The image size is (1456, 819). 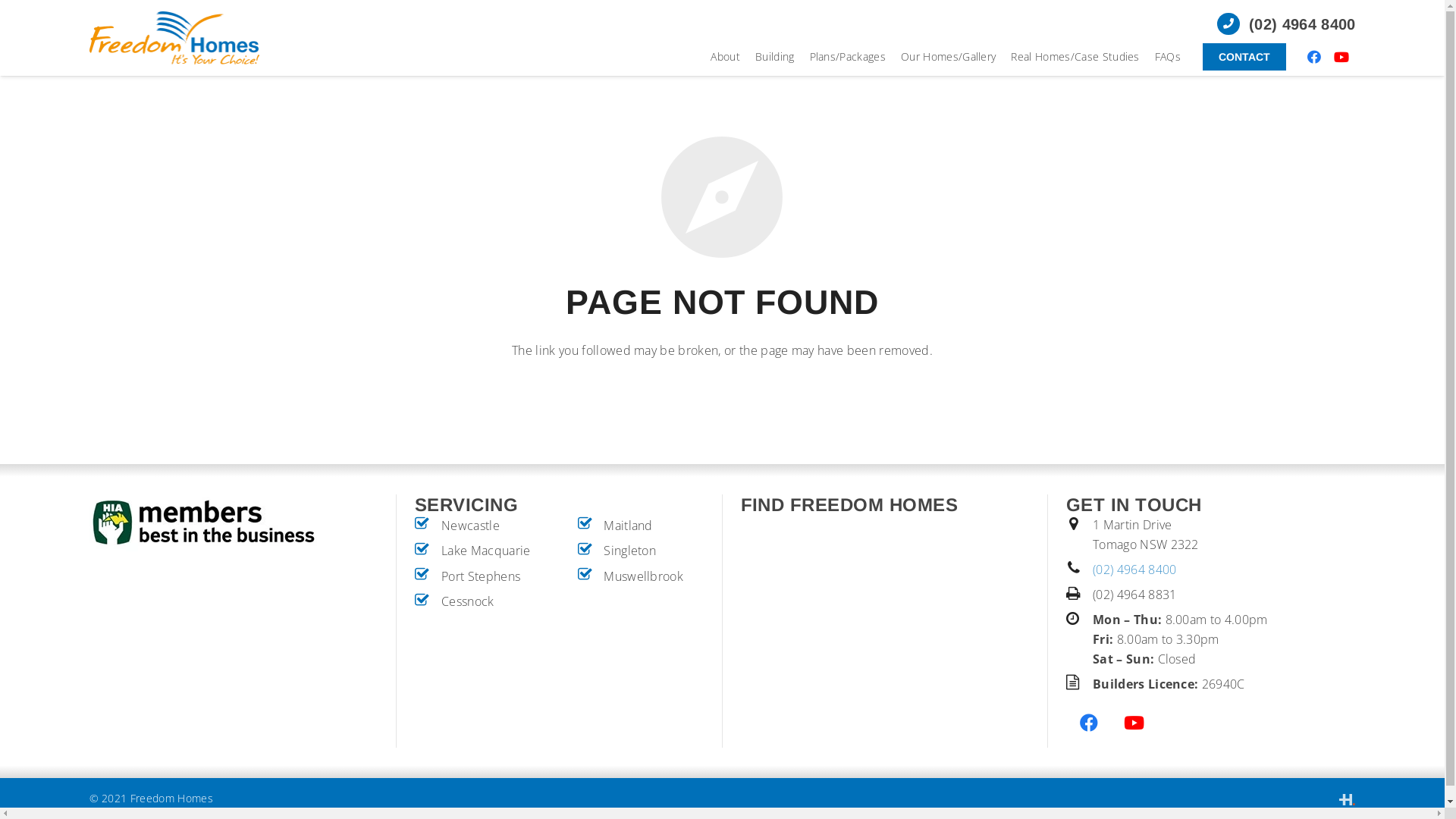 What do you see at coordinates (775, 55) in the screenshot?
I see `'Building'` at bounding box center [775, 55].